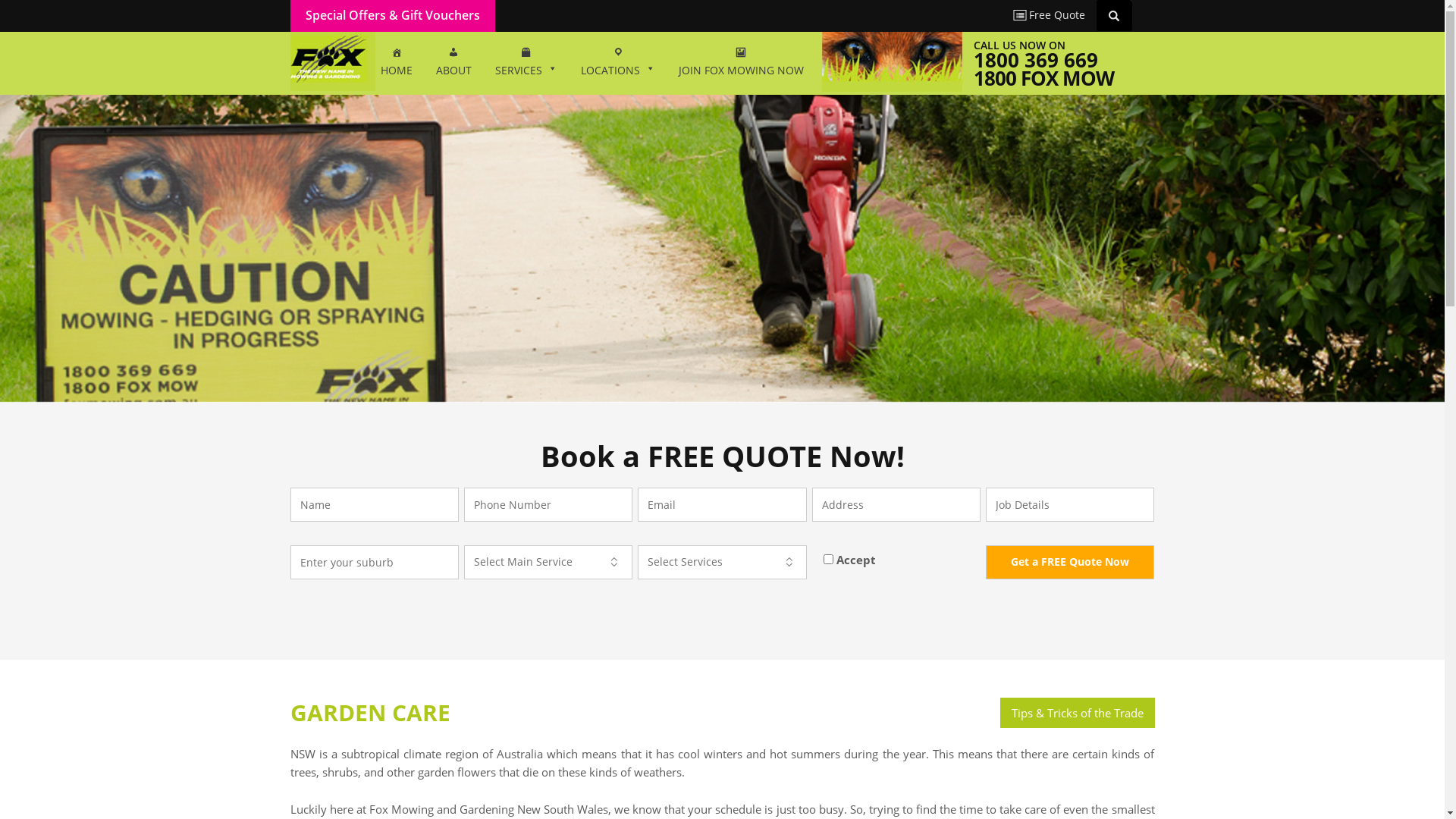 The height and width of the screenshot is (819, 1456). What do you see at coordinates (526, 62) in the screenshot?
I see `'SERVICES'` at bounding box center [526, 62].